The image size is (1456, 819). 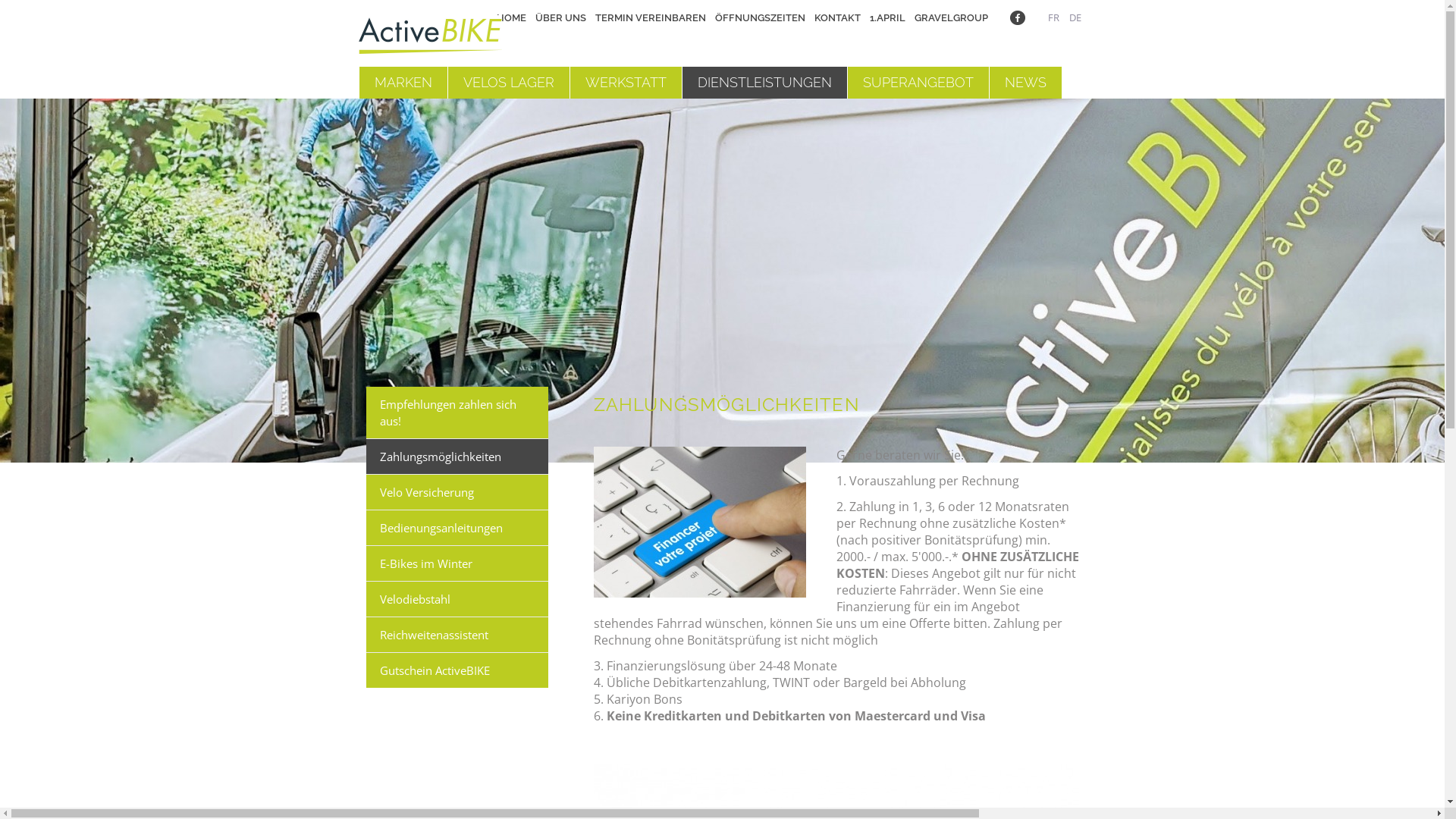 What do you see at coordinates (1068, 17) in the screenshot?
I see `'DE'` at bounding box center [1068, 17].